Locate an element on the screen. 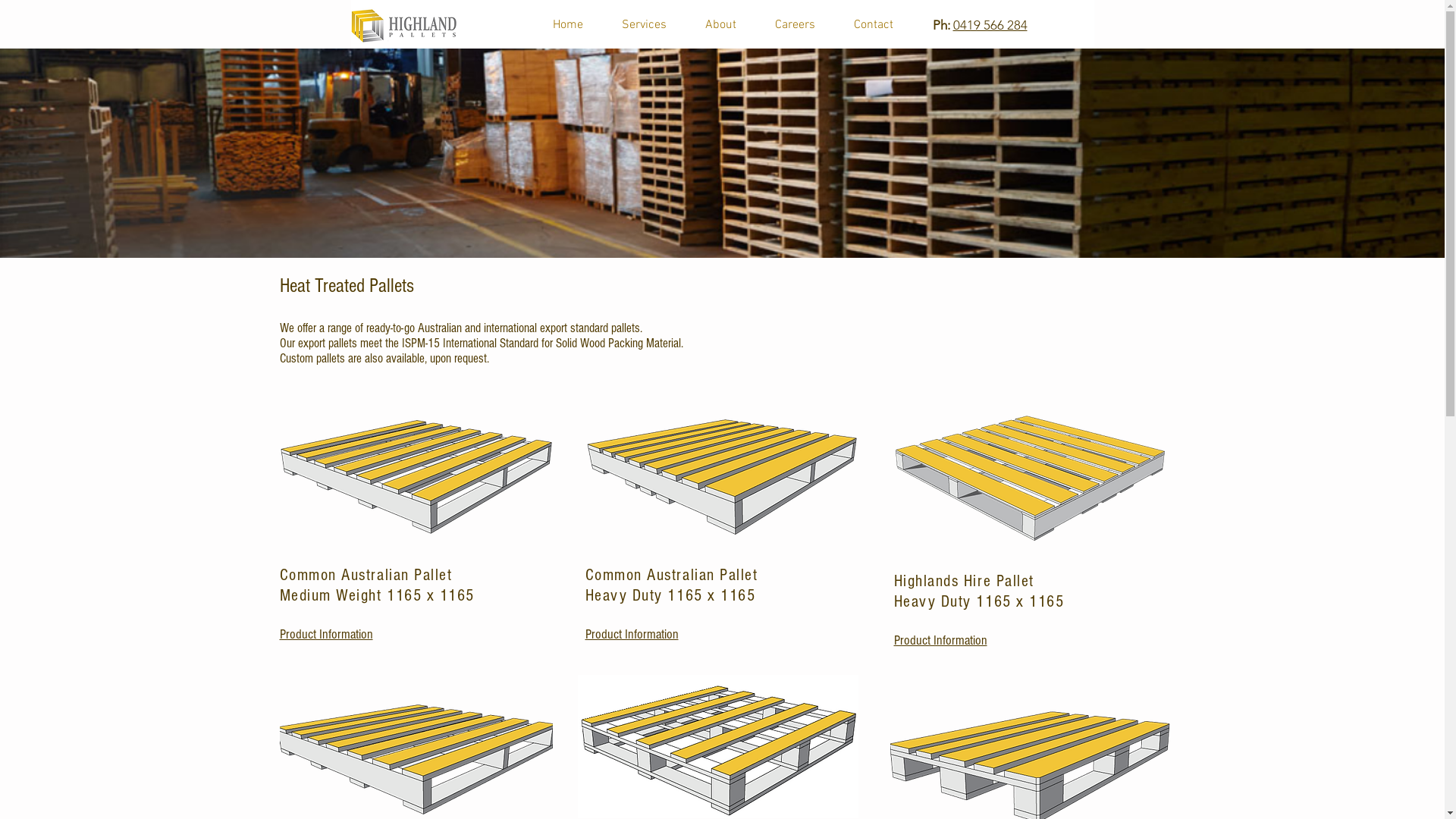 This screenshot has height=819, width=1456. 'Home' is located at coordinates (534, 25).